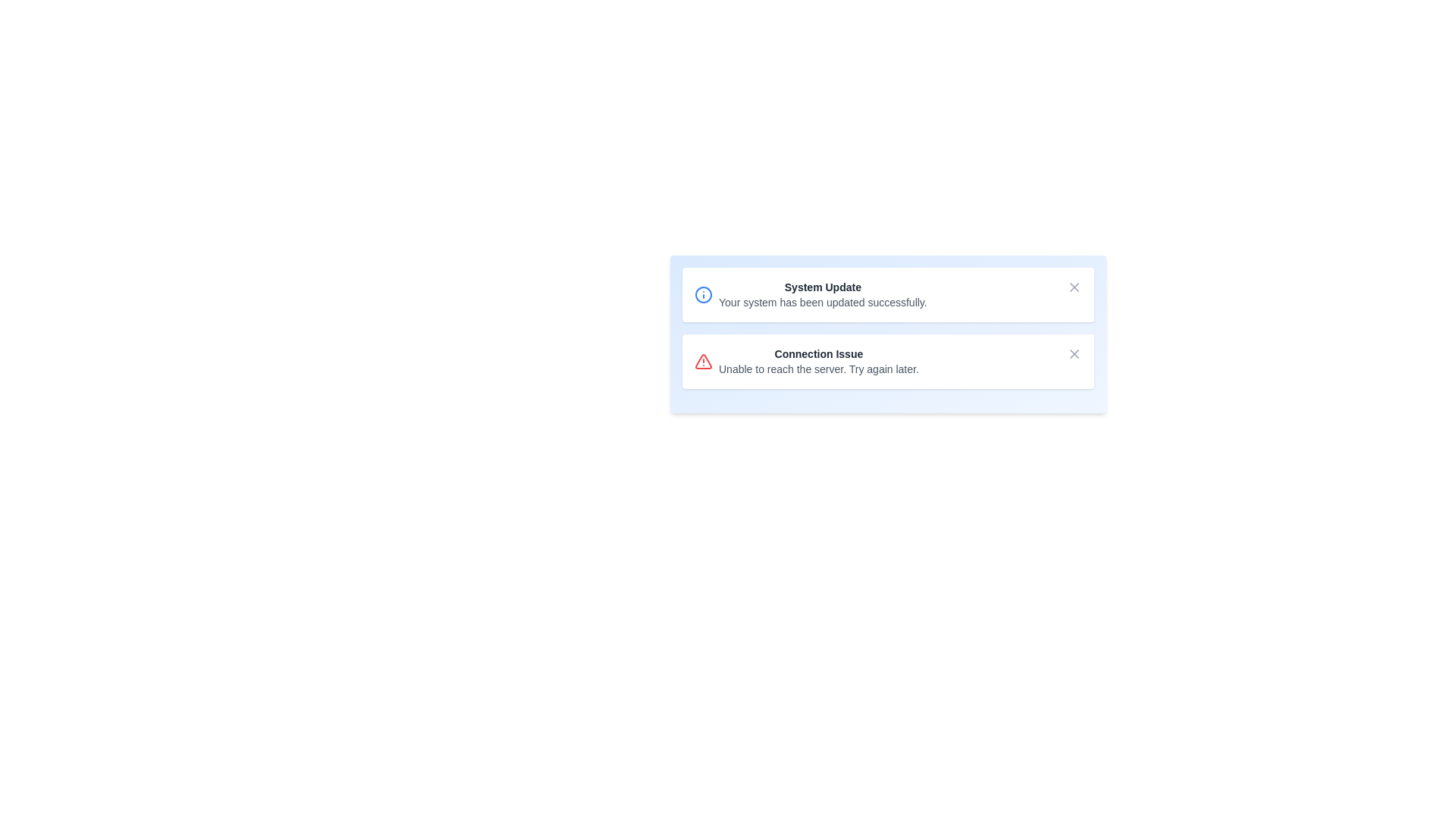 The image size is (1456, 819). I want to click on close button for the notification titled 'Connection Issue', so click(1073, 353).